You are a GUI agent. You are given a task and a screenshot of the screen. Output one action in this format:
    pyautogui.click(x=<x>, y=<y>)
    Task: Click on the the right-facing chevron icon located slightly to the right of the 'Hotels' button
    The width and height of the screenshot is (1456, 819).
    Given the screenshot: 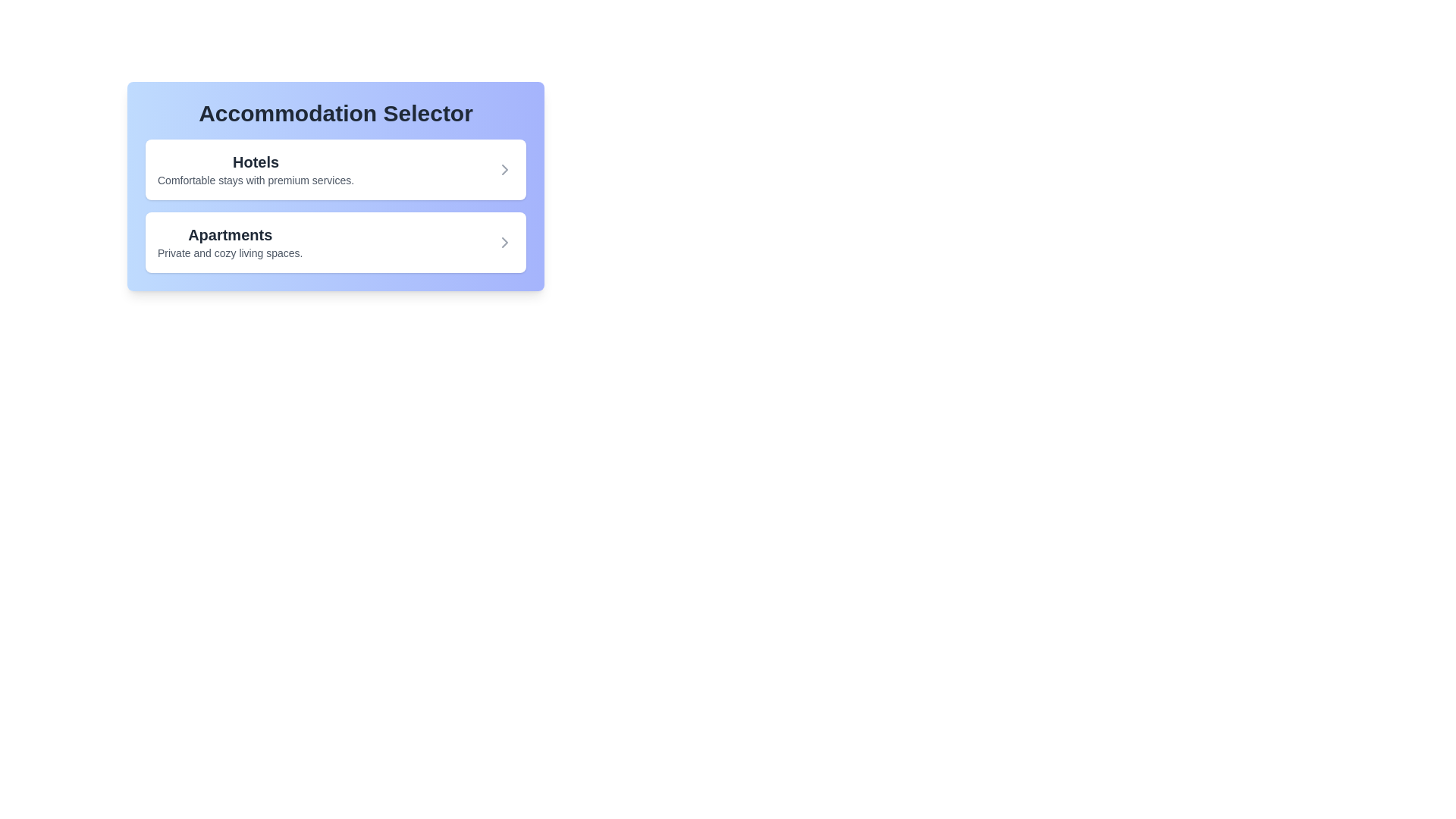 What is the action you would take?
    pyautogui.click(x=505, y=169)
    